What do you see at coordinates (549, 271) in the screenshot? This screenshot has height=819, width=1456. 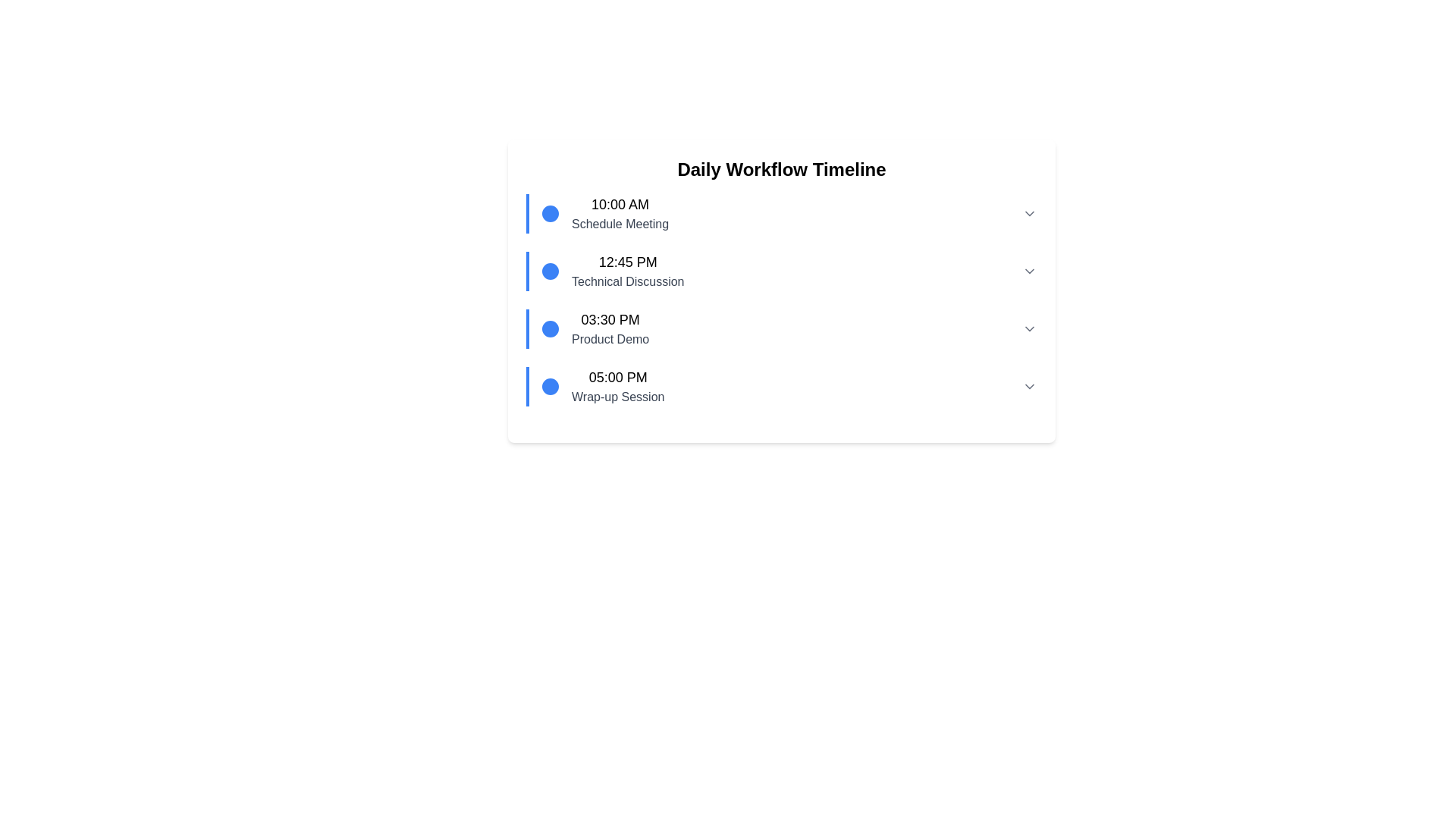 I see `the second circular visual marker filled with blue color in the timeline interface, which corresponds to '12:45 PM' and 'Technical Discussion'` at bounding box center [549, 271].